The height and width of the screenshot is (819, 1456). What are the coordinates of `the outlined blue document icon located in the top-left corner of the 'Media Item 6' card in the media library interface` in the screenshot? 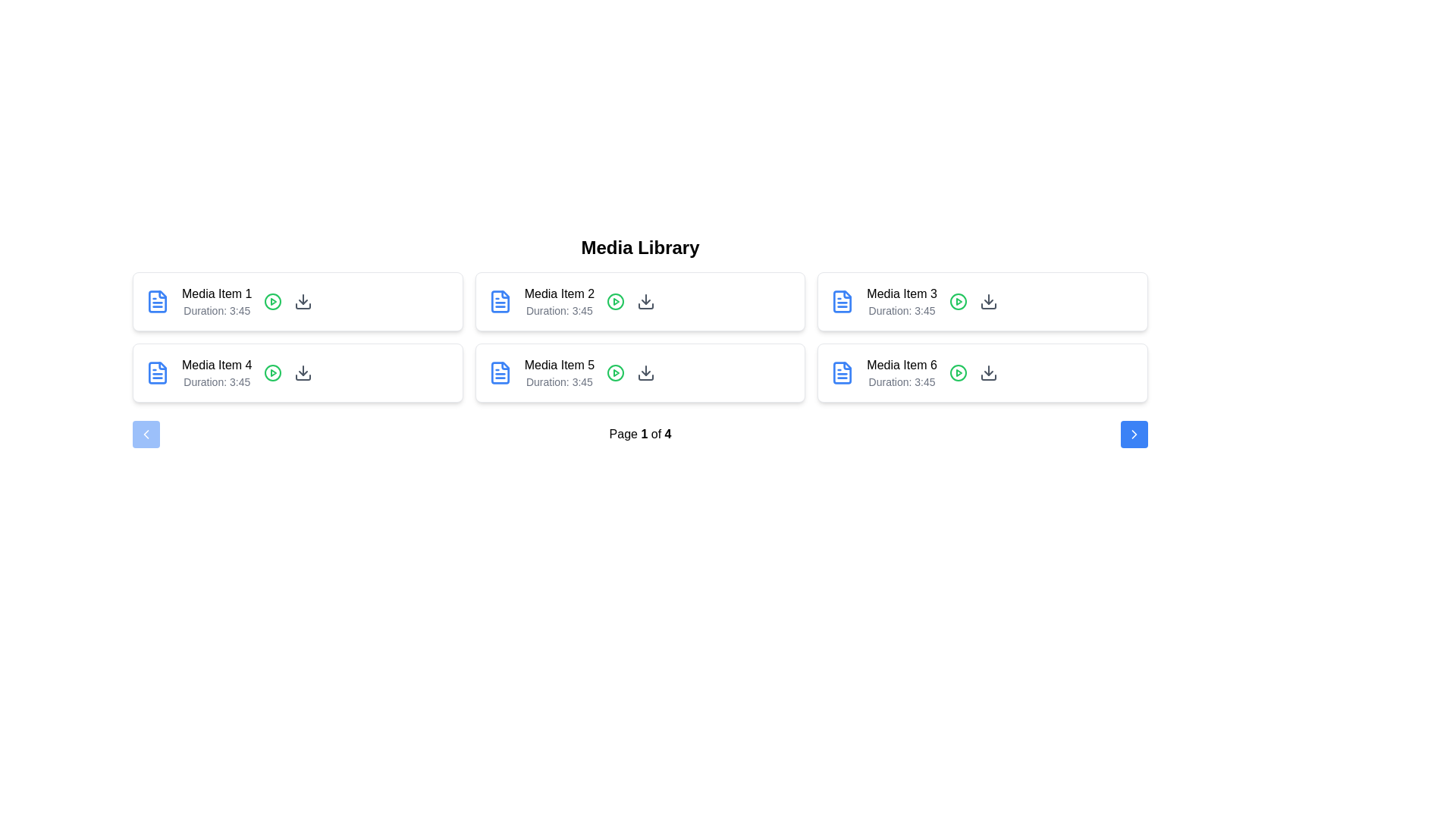 It's located at (842, 373).